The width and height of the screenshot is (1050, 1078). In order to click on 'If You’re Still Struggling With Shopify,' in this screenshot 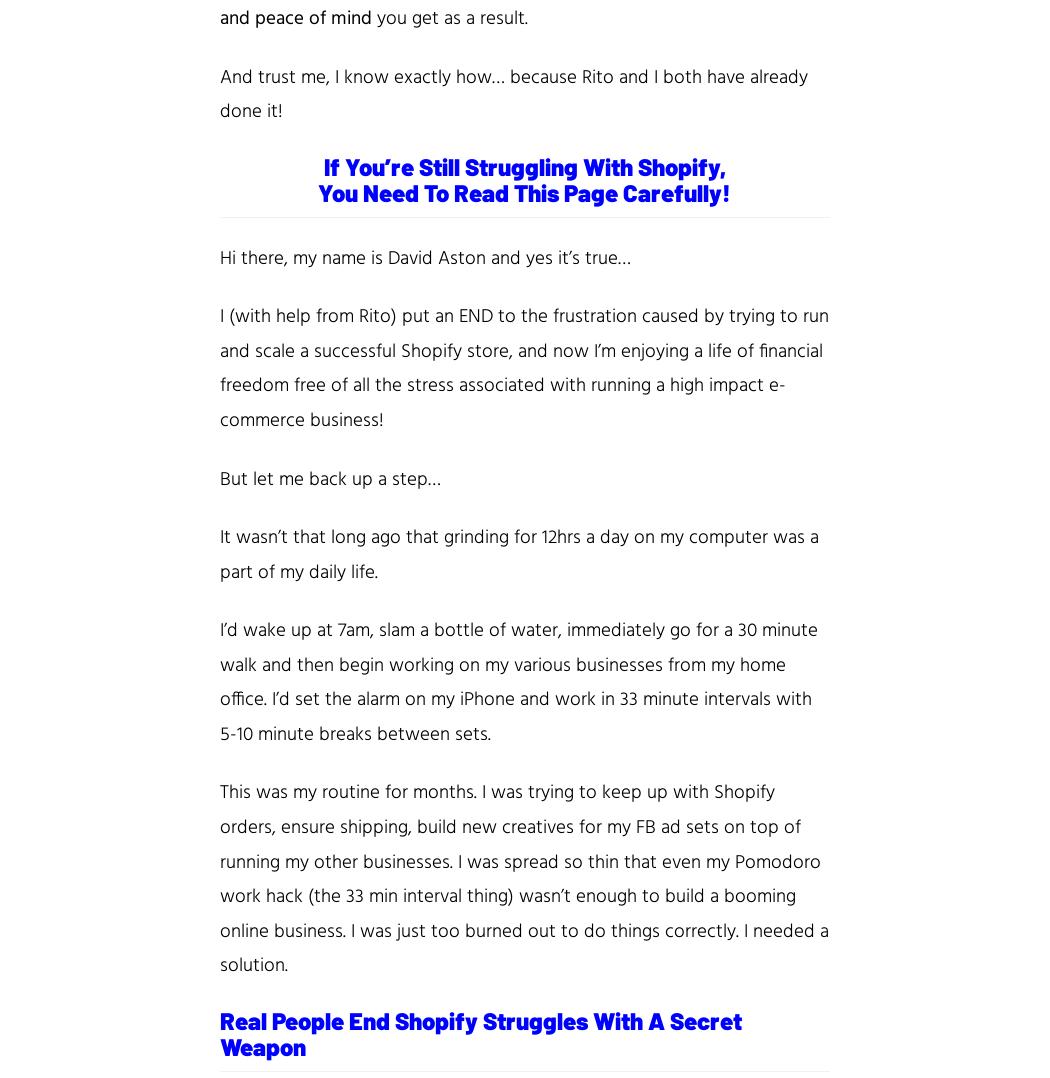, I will do `click(522, 164)`.